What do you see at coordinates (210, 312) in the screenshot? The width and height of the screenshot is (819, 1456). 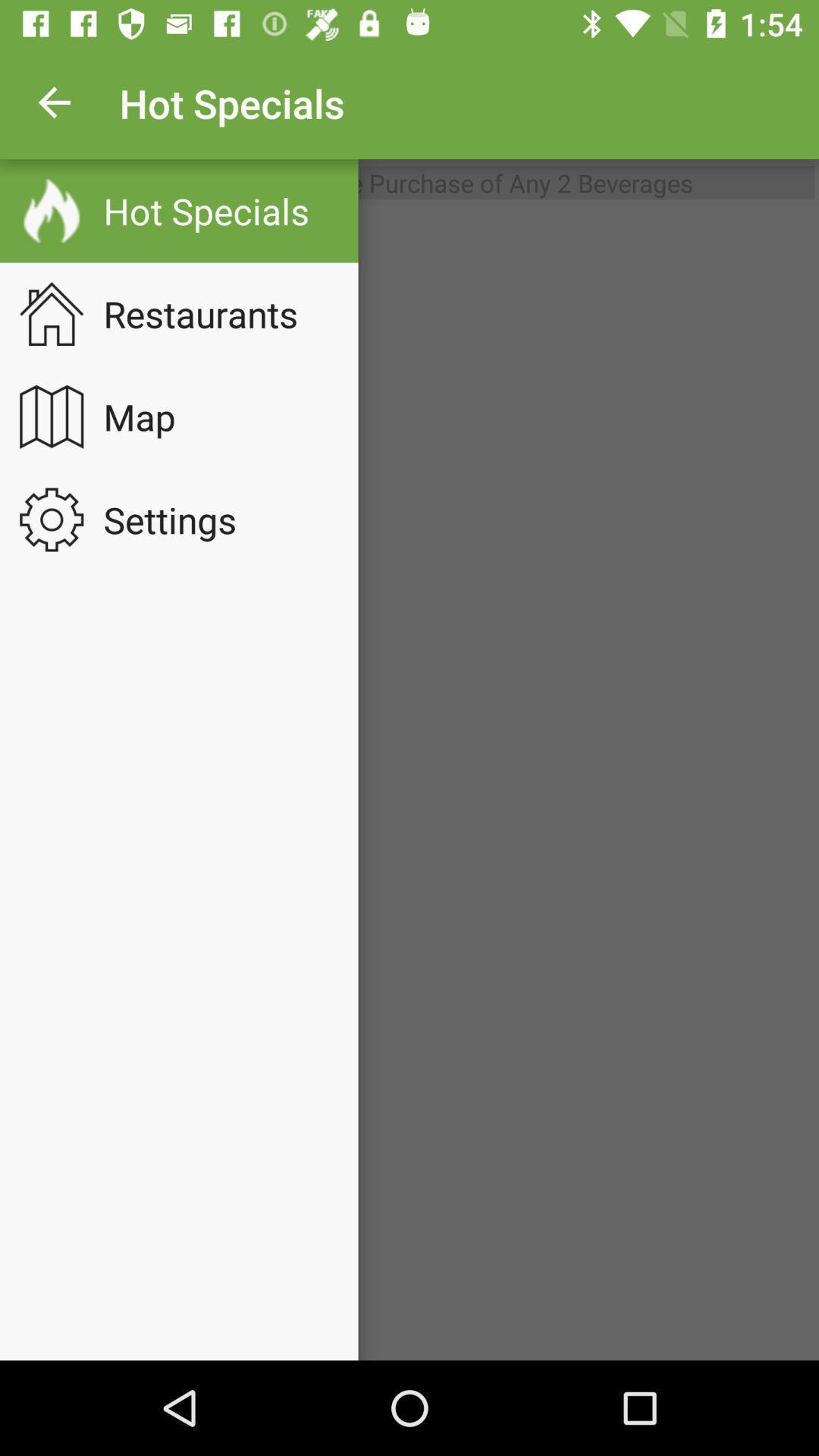 I see `the restaurants item` at bounding box center [210, 312].